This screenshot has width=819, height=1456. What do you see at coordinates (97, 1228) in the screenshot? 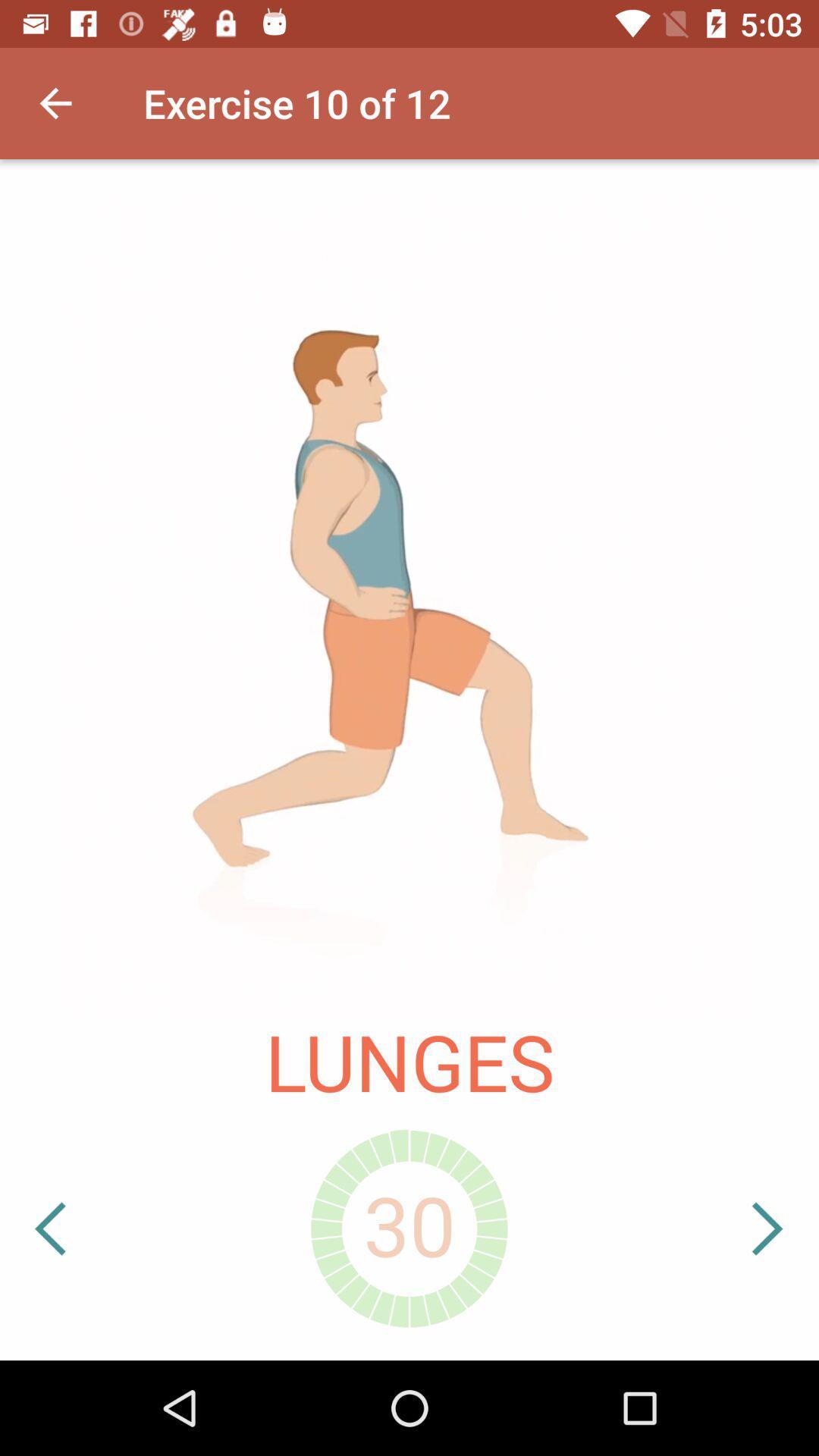
I see `icon at the bottom left corner` at bounding box center [97, 1228].